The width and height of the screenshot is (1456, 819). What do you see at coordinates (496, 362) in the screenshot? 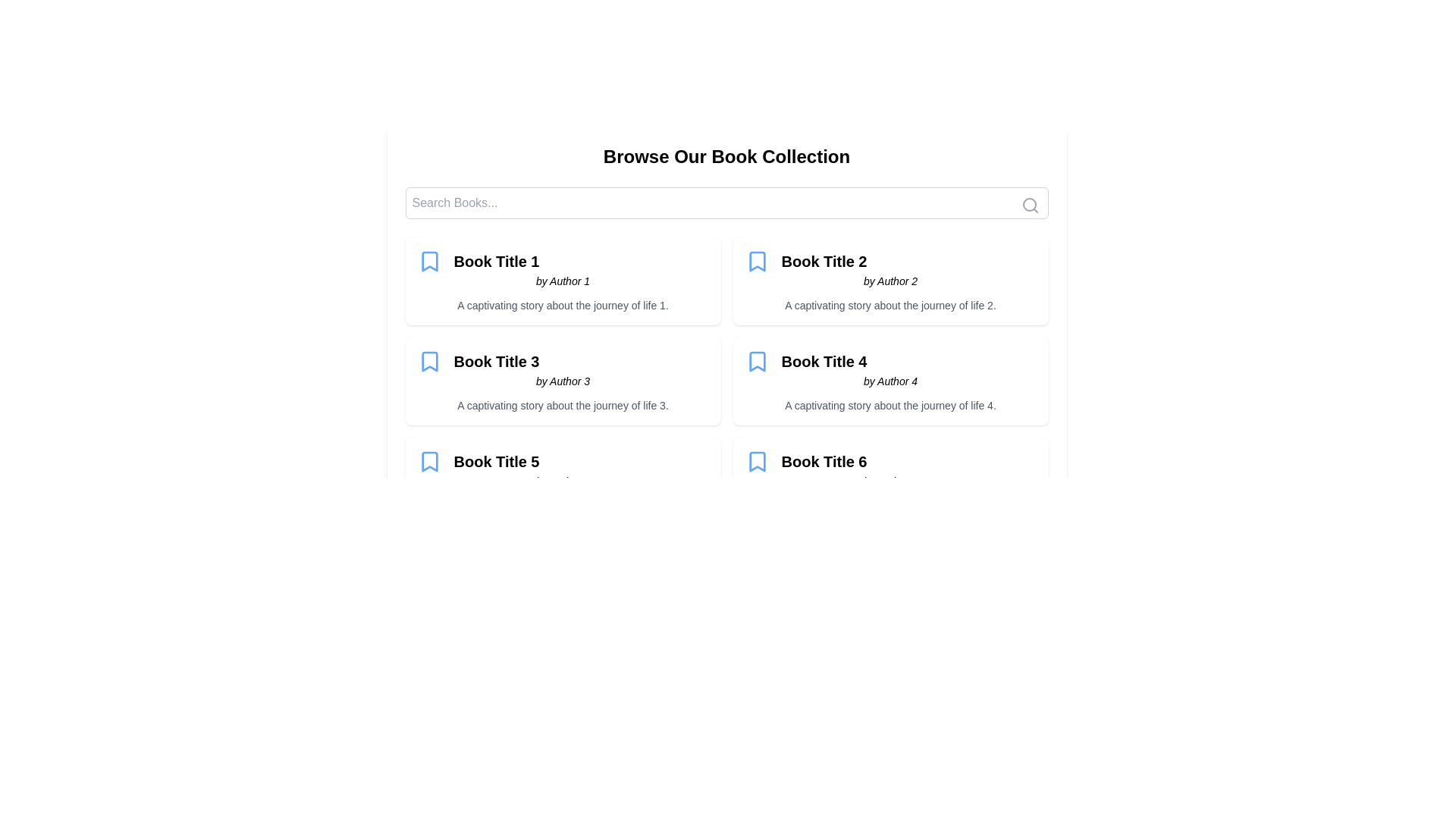
I see `the displayed text of the text label titled 'Book Title 3' located in the left column of the second row of the book list grid` at bounding box center [496, 362].